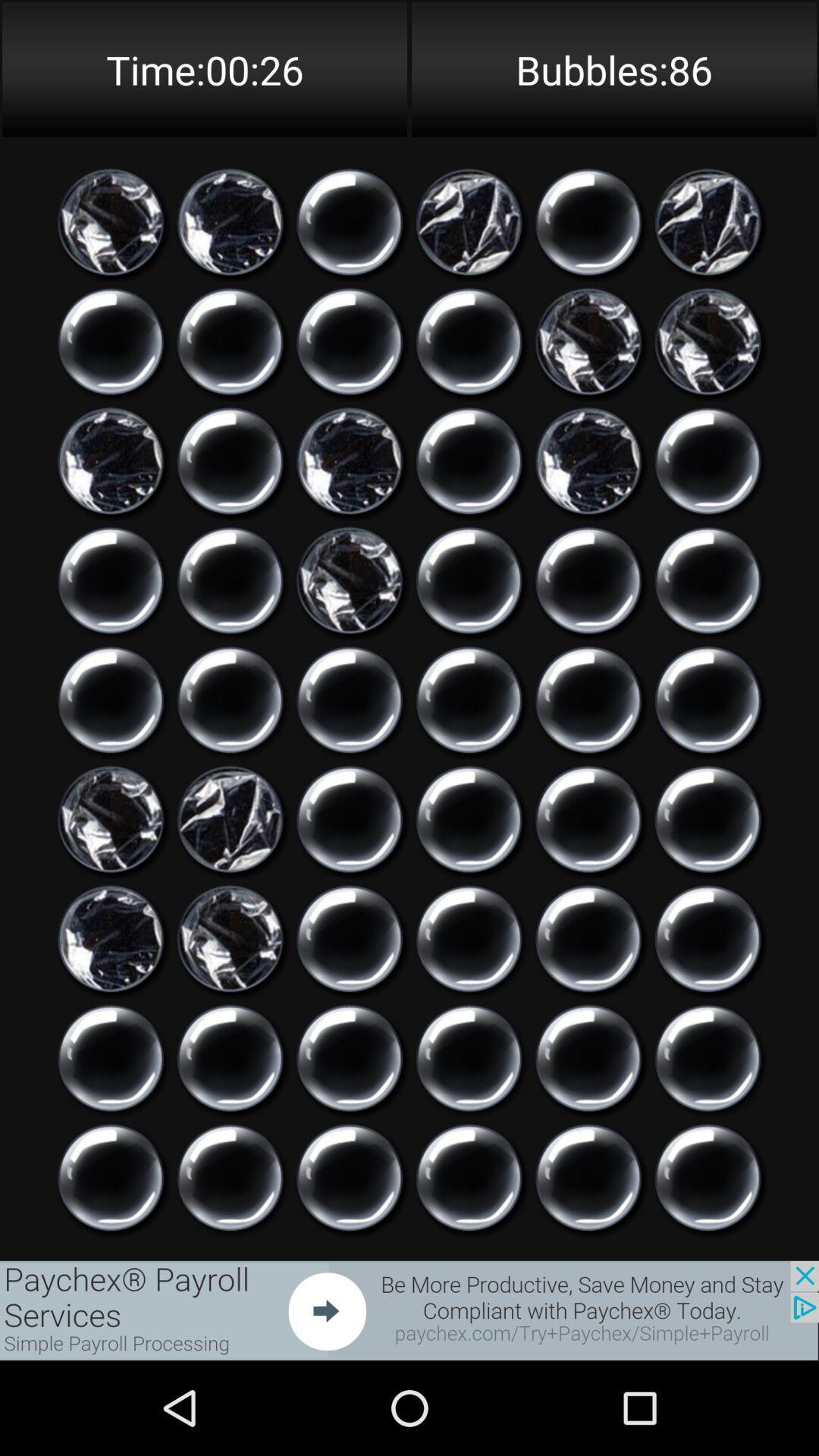 This screenshot has width=819, height=1456. Describe the element at coordinates (468, 366) in the screenshot. I see `the refresh icon` at that location.